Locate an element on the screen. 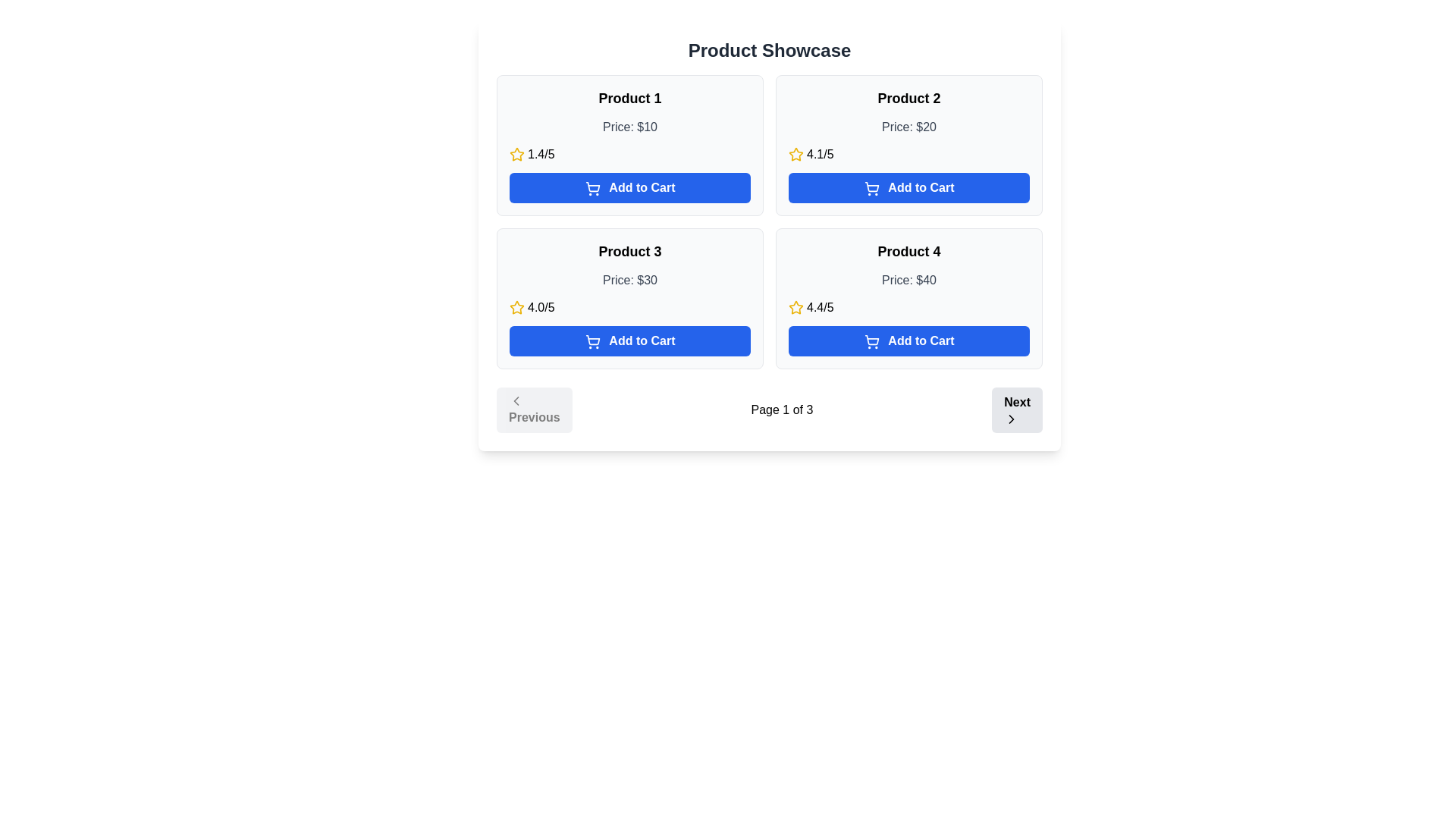 This screenshot has width=1456, height=819. text label identifying the product located at the top of the second product card in the first row's second column of the grid layout is located at coordinates (909, 99).